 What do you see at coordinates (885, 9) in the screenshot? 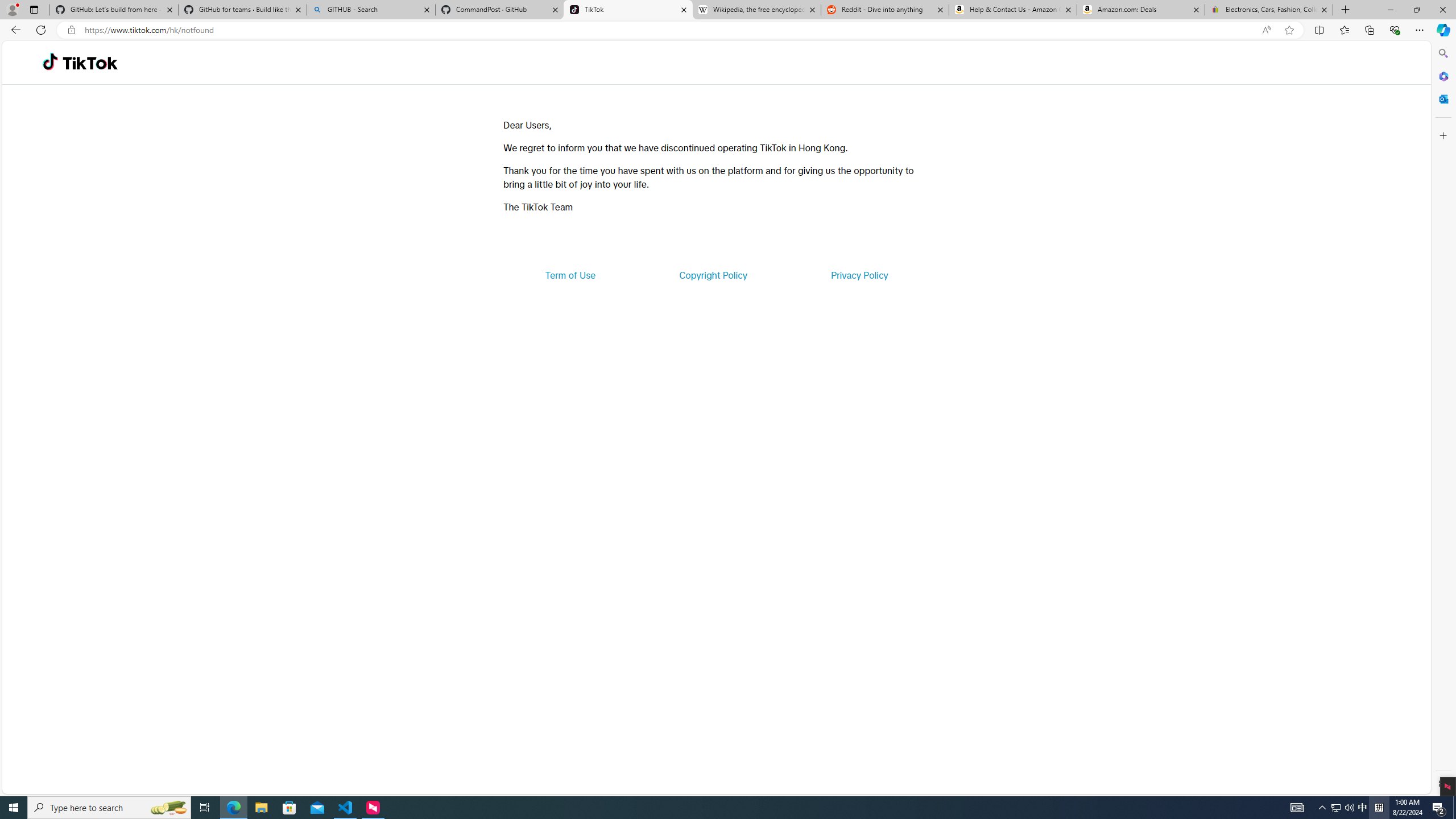
I see `'Reddit - Dive into anything'` at bounding box center [885, 9].